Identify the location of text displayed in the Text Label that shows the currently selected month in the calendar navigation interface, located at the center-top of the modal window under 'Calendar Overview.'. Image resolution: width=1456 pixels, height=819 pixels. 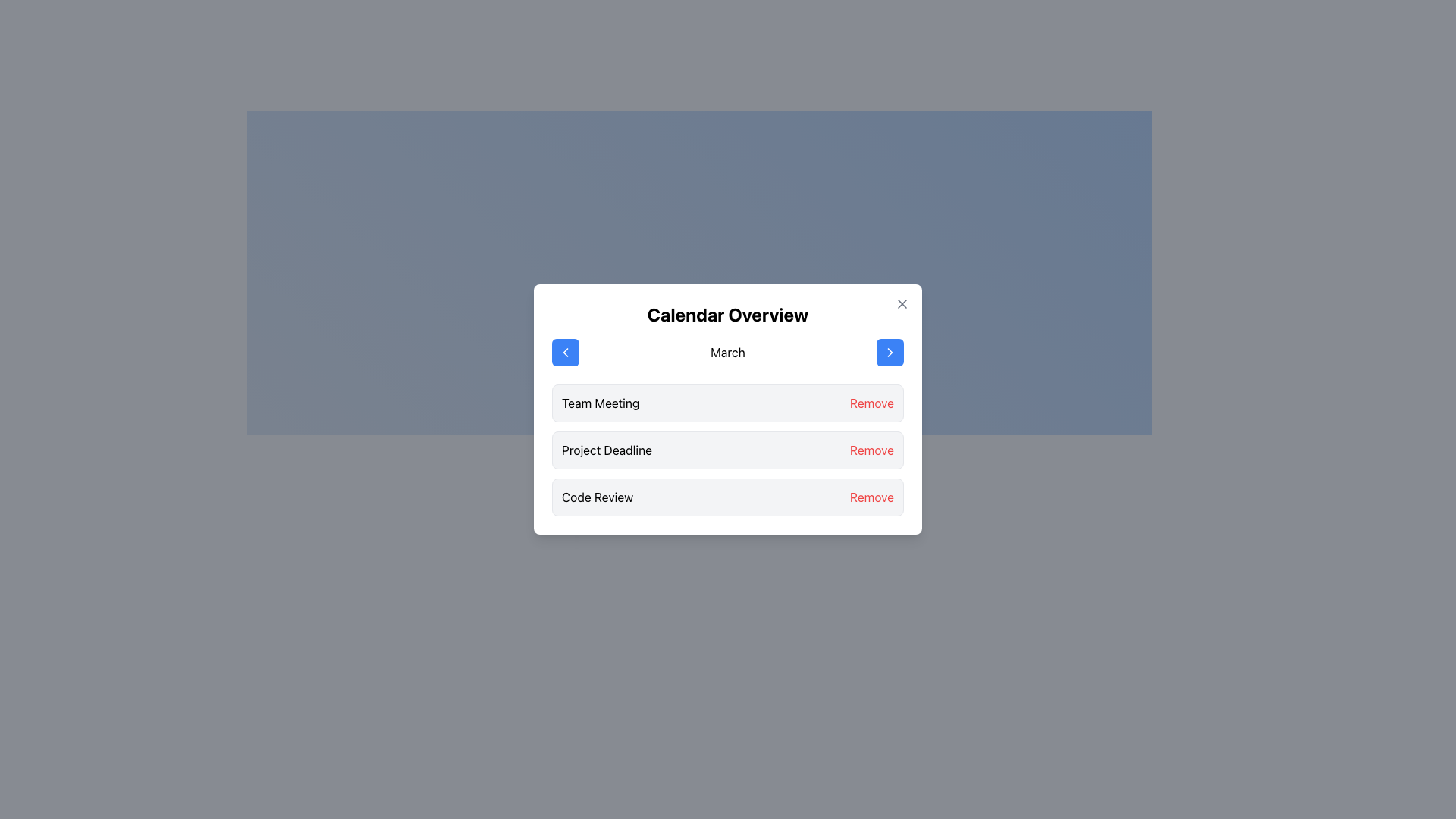
(728, 353).